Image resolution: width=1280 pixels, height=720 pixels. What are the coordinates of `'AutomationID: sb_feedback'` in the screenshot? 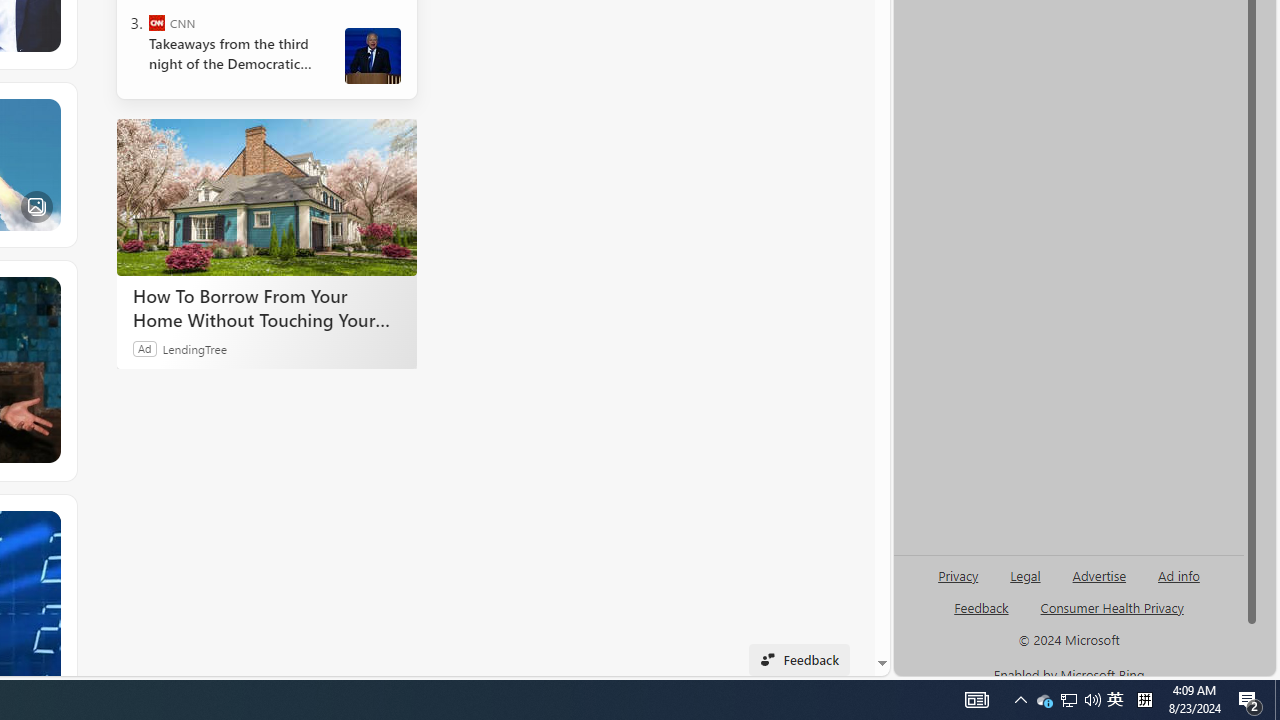 It's located at (981, 606).